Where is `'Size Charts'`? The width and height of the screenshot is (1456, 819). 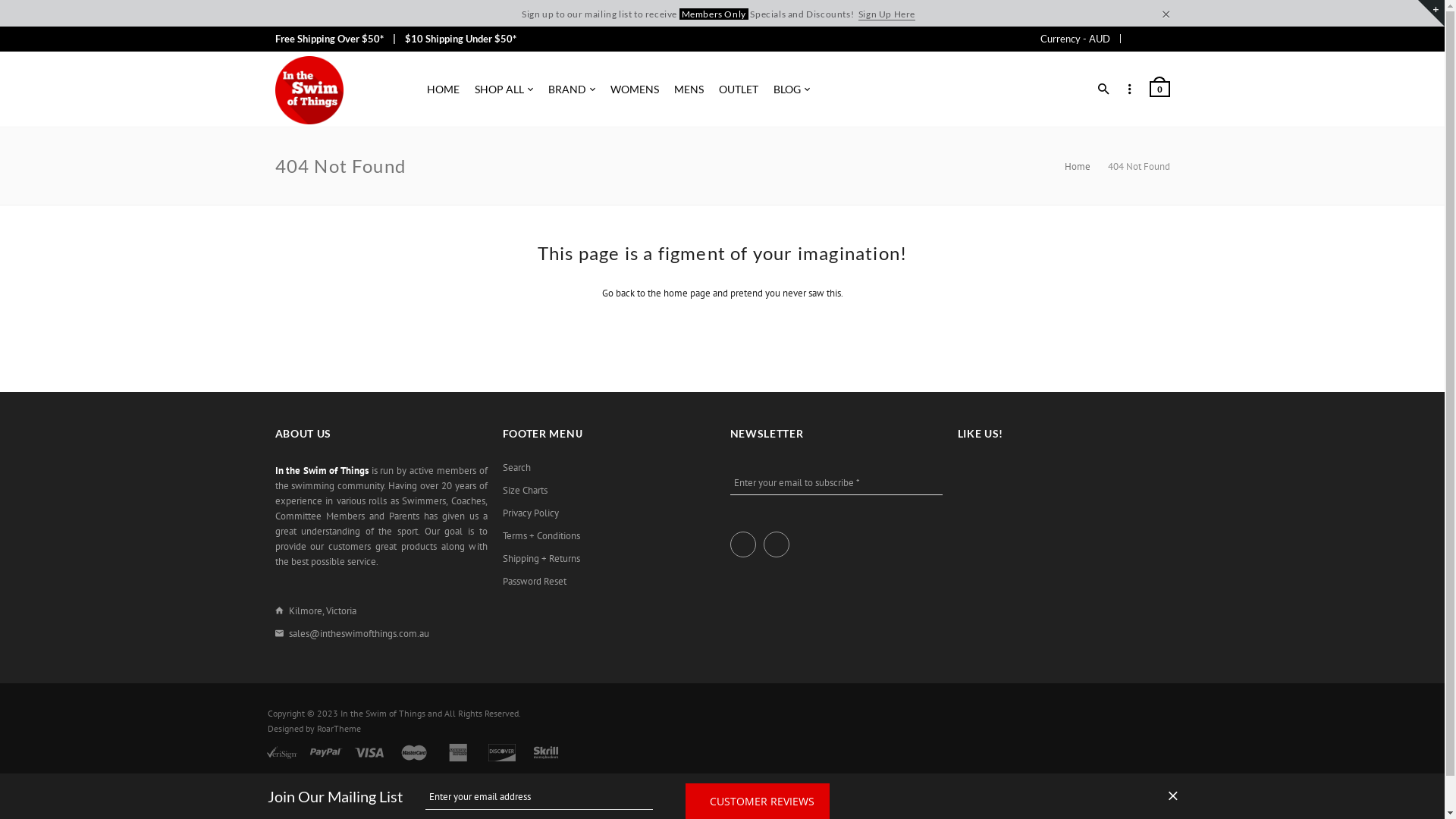
'Size Charts' is located at coordinates (524, 491).